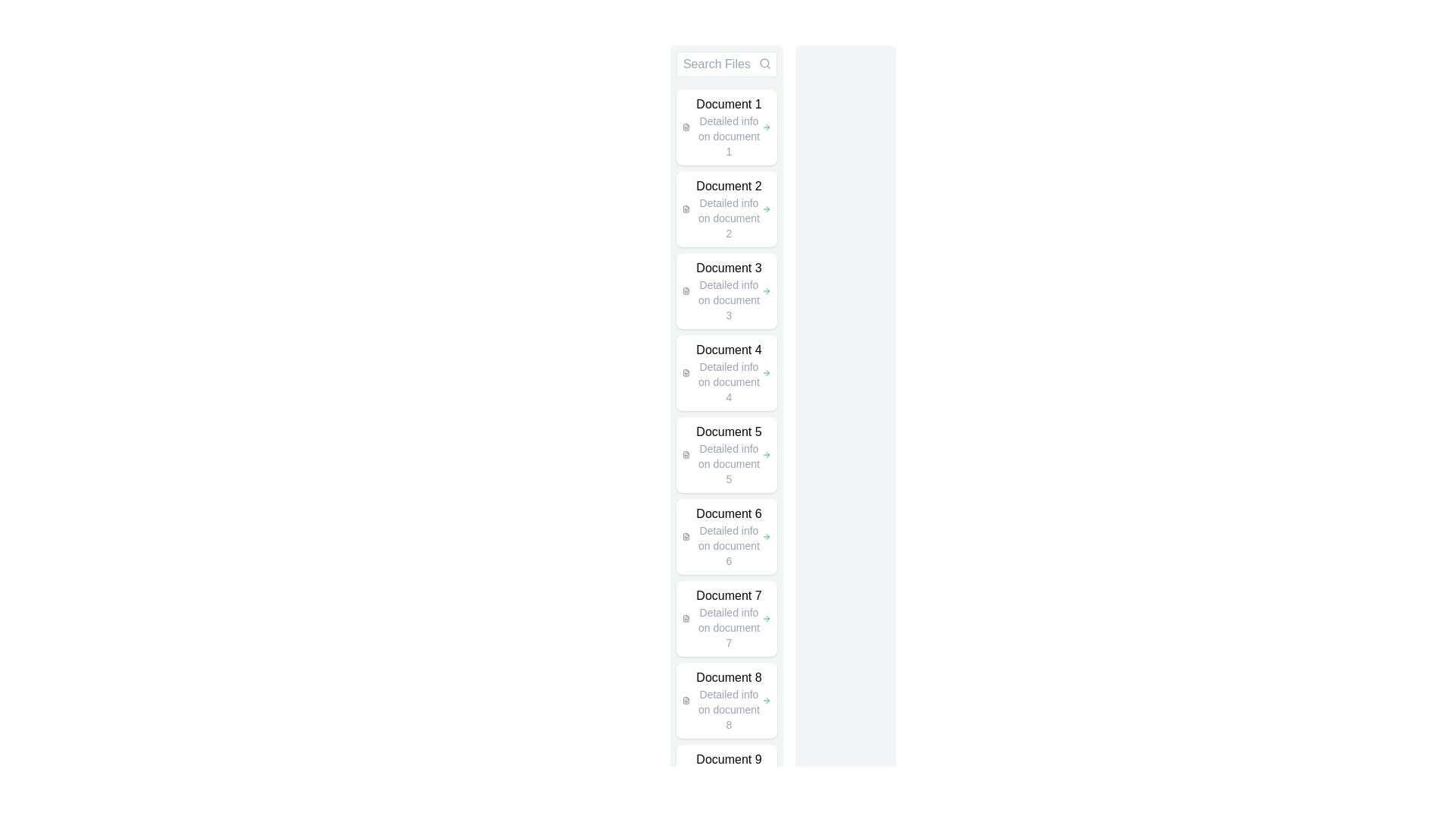 The width and height of the screenshot is (1456, 819). What do you see at coordinates (767, 209) in the screenshot?
I see `the navigation button located at the far right end of the 'Document 2' card to proceed to the next page or section related to 'Document 2'` at bounding box center [767, 209].